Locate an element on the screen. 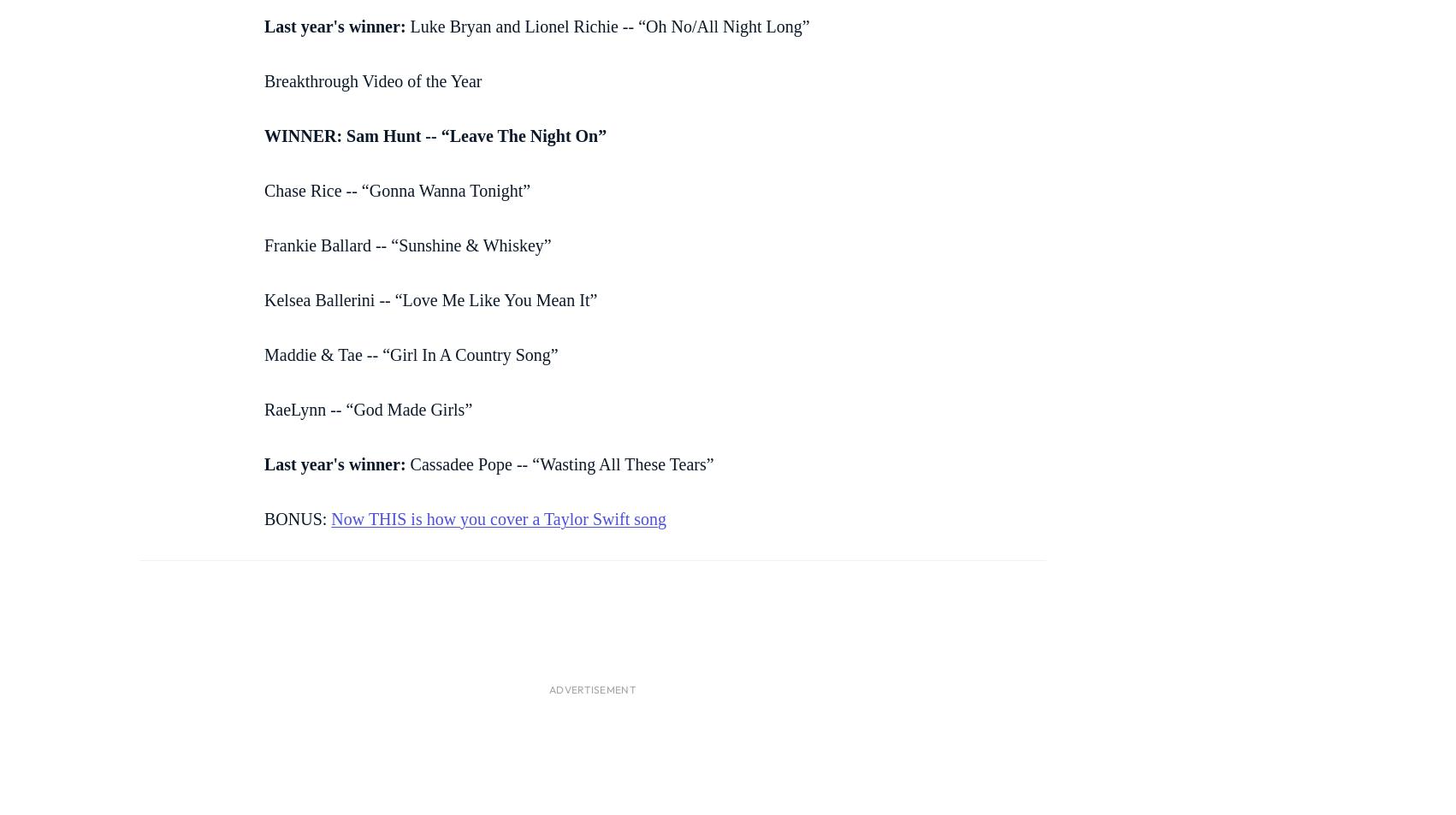 This screenshot has height=815, width=1456. 'Maddie & Tae -- “Girl In A Country Song”' is located at coordinates (264, 352).